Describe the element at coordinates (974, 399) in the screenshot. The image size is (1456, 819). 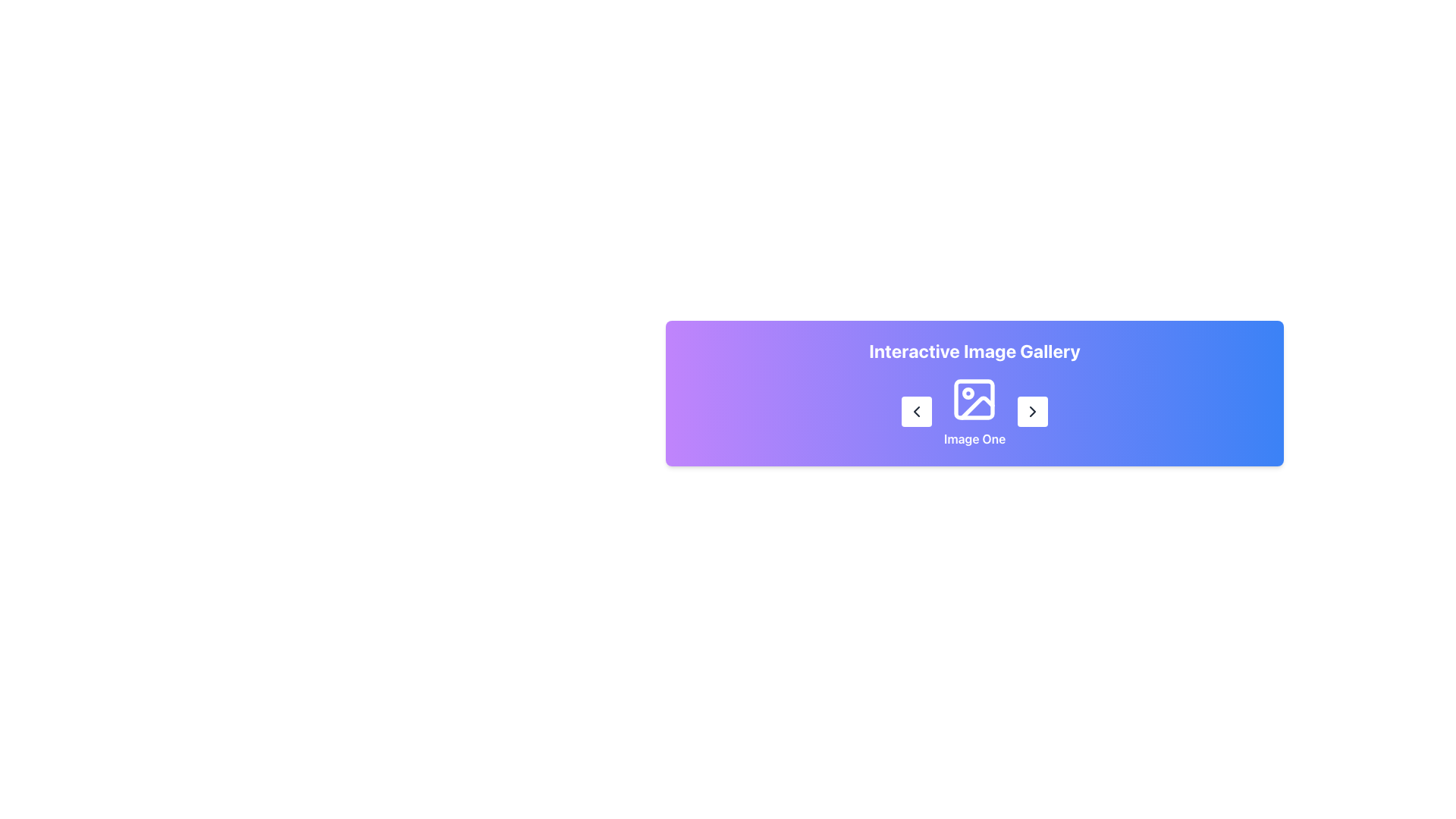
I see `the icon representing the image in the 'Interactive Image Gallery' that is positioned above the text 'Image One'` at that location.